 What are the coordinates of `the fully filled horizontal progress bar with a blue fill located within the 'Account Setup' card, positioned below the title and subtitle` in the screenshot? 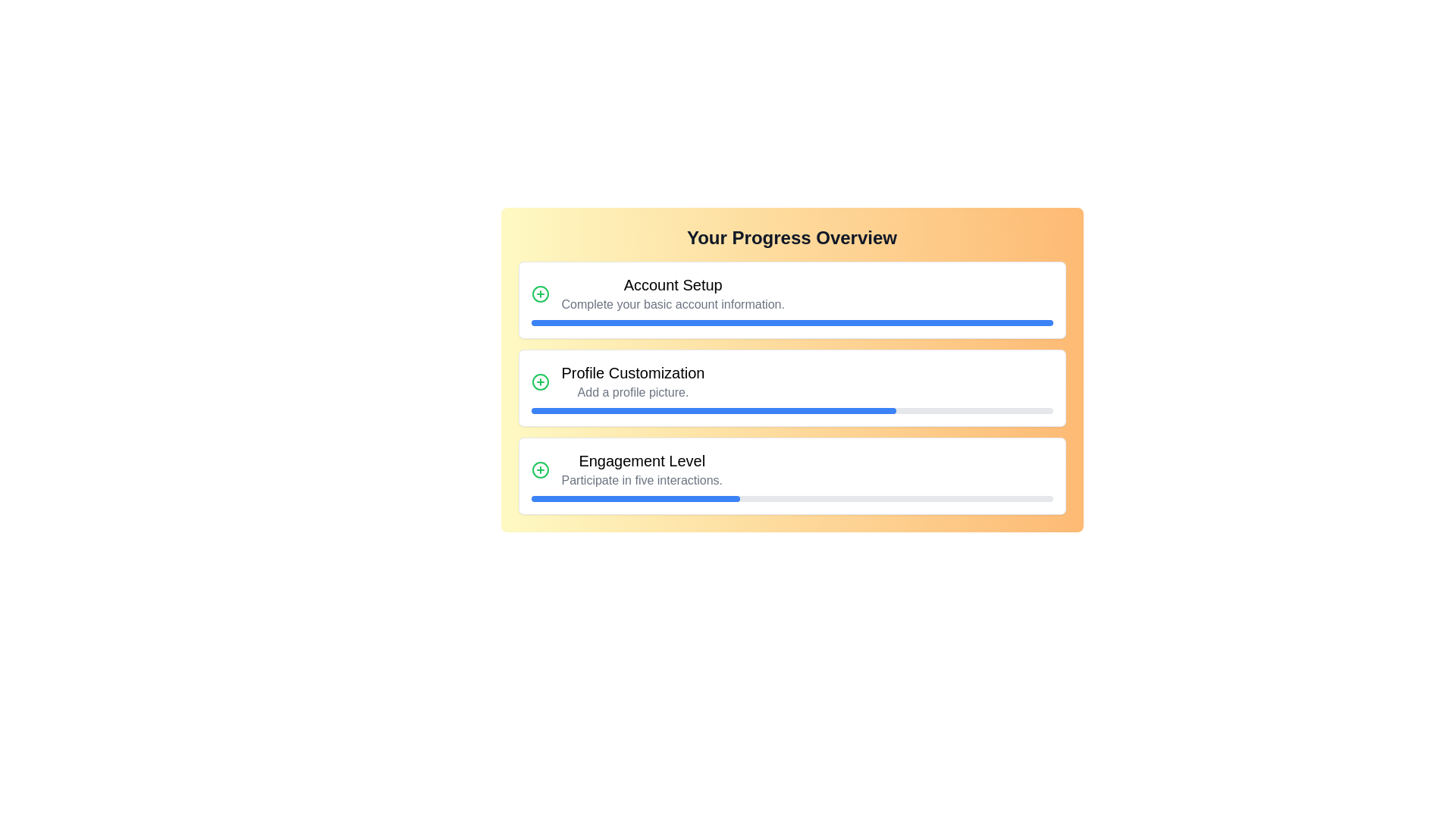 It's located at (791, 322).